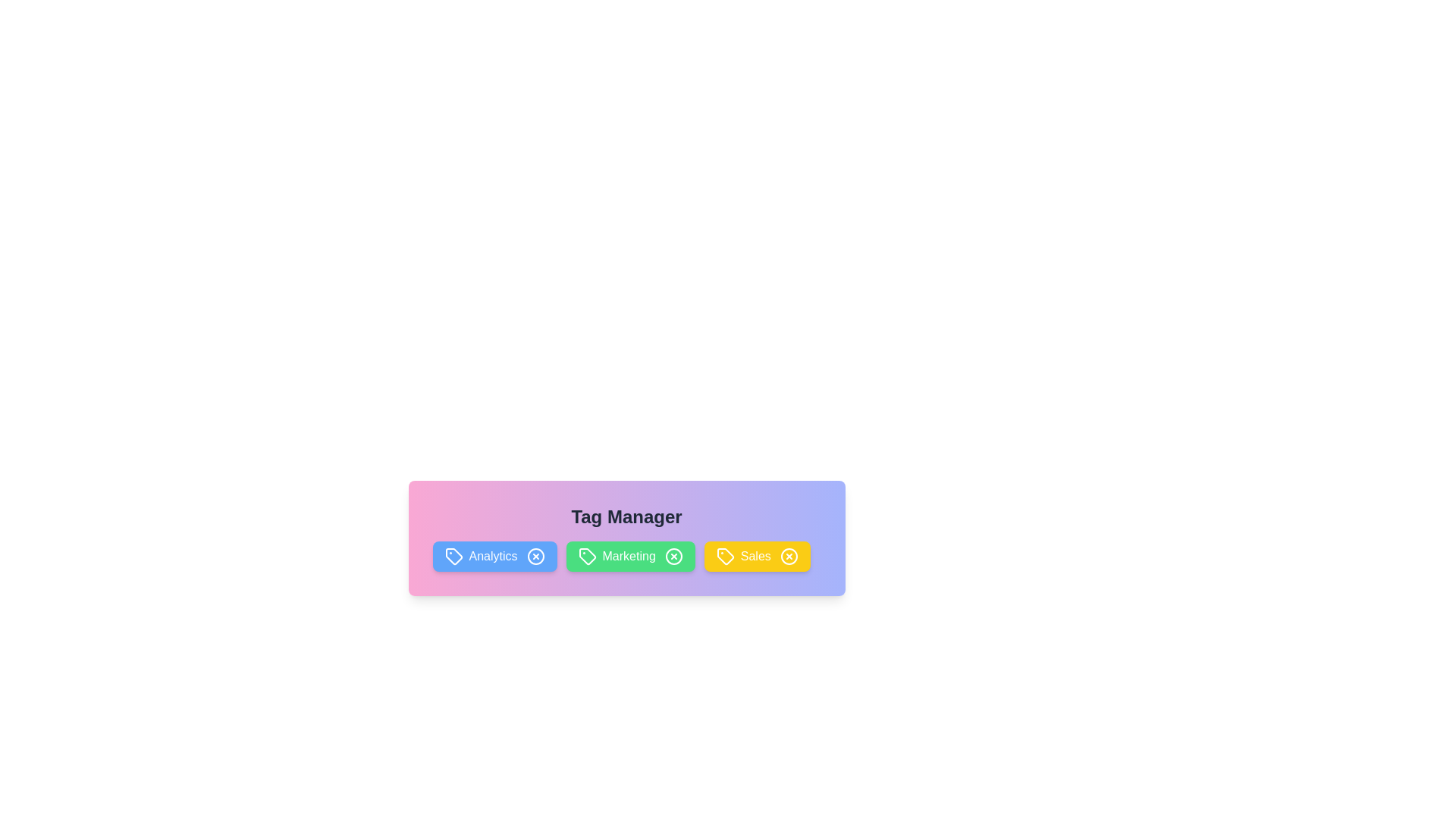  What do you see at coordinates (673, 556) in the screenshot?
I see `the close button of the tag labeled Marketing` at bounding box center [673, 556].